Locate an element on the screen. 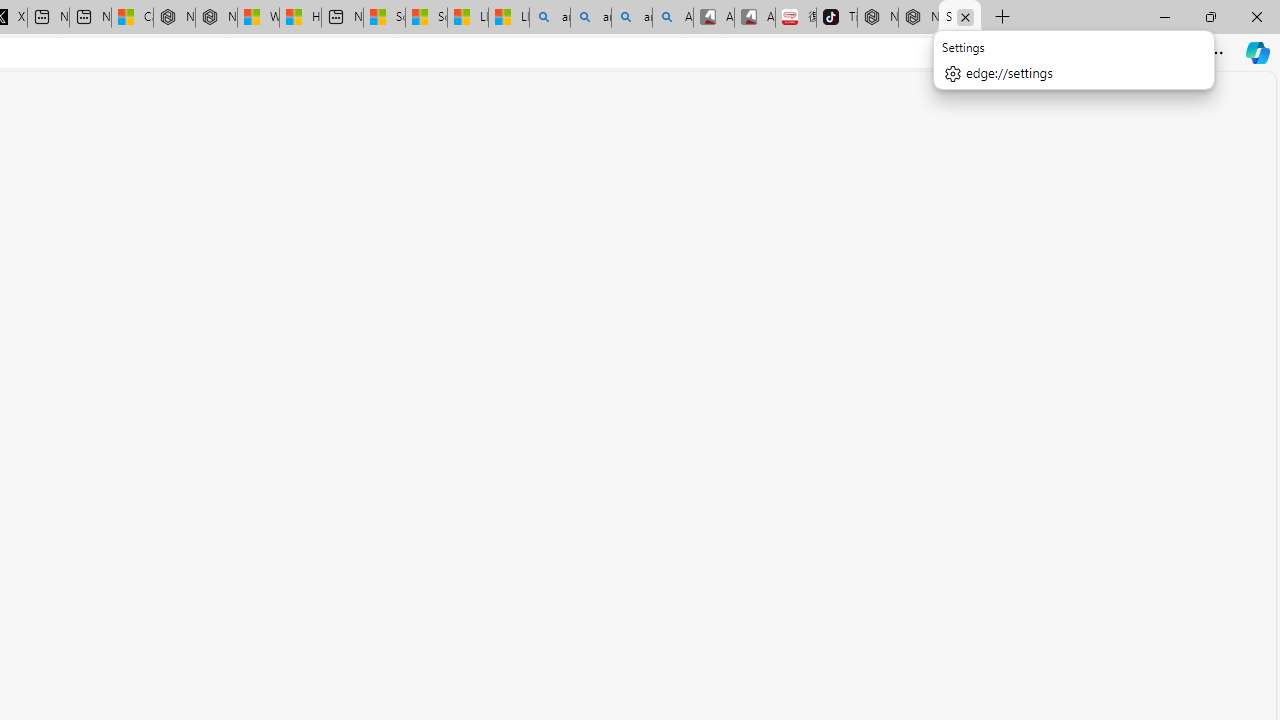  'amazon - Search Images' is located at coordinates (630, 17).